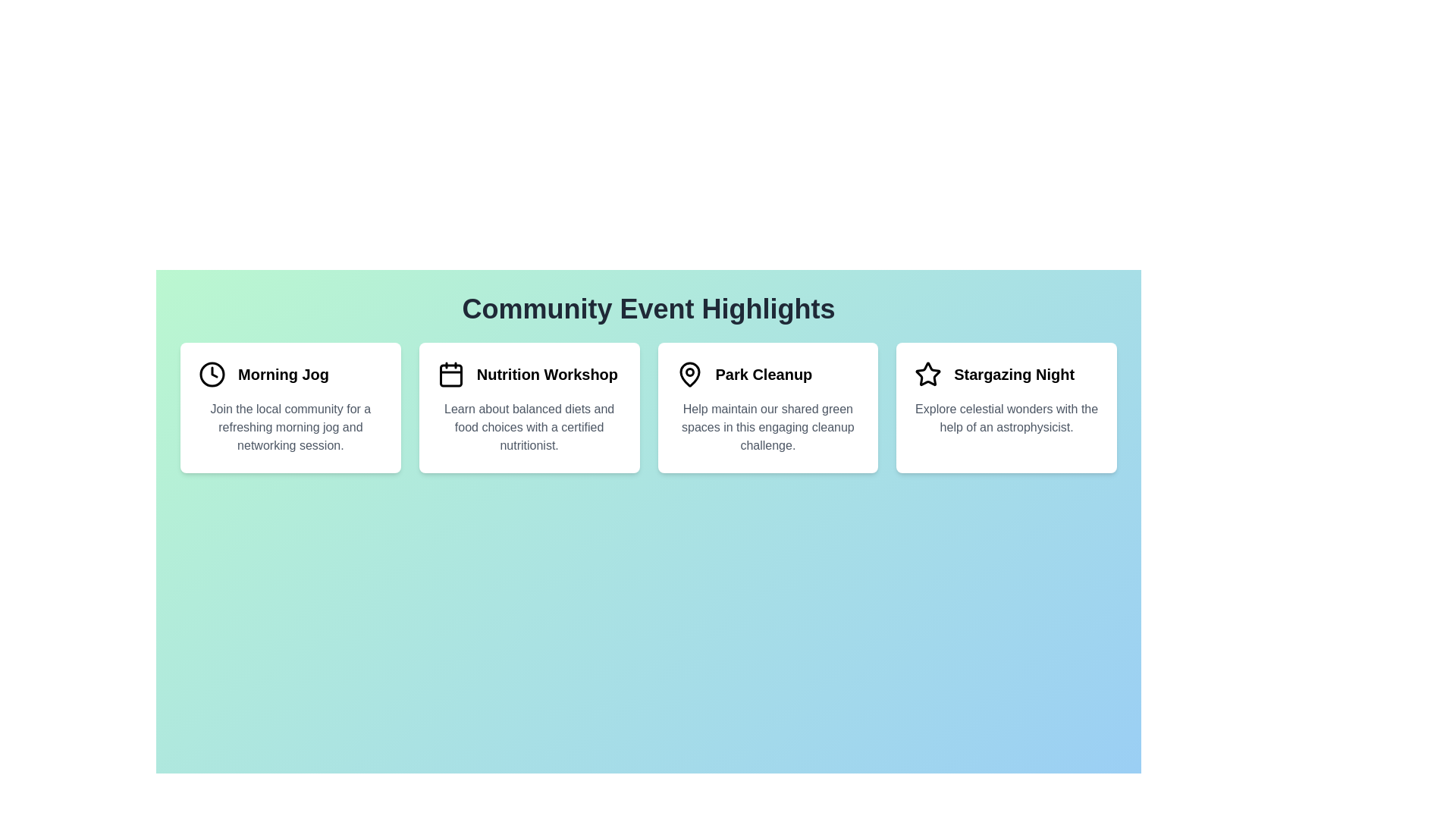  Describe the element at coordinates (764, 374) in the screenshot. I see `the 'Park Cleanup' text label` at that location.